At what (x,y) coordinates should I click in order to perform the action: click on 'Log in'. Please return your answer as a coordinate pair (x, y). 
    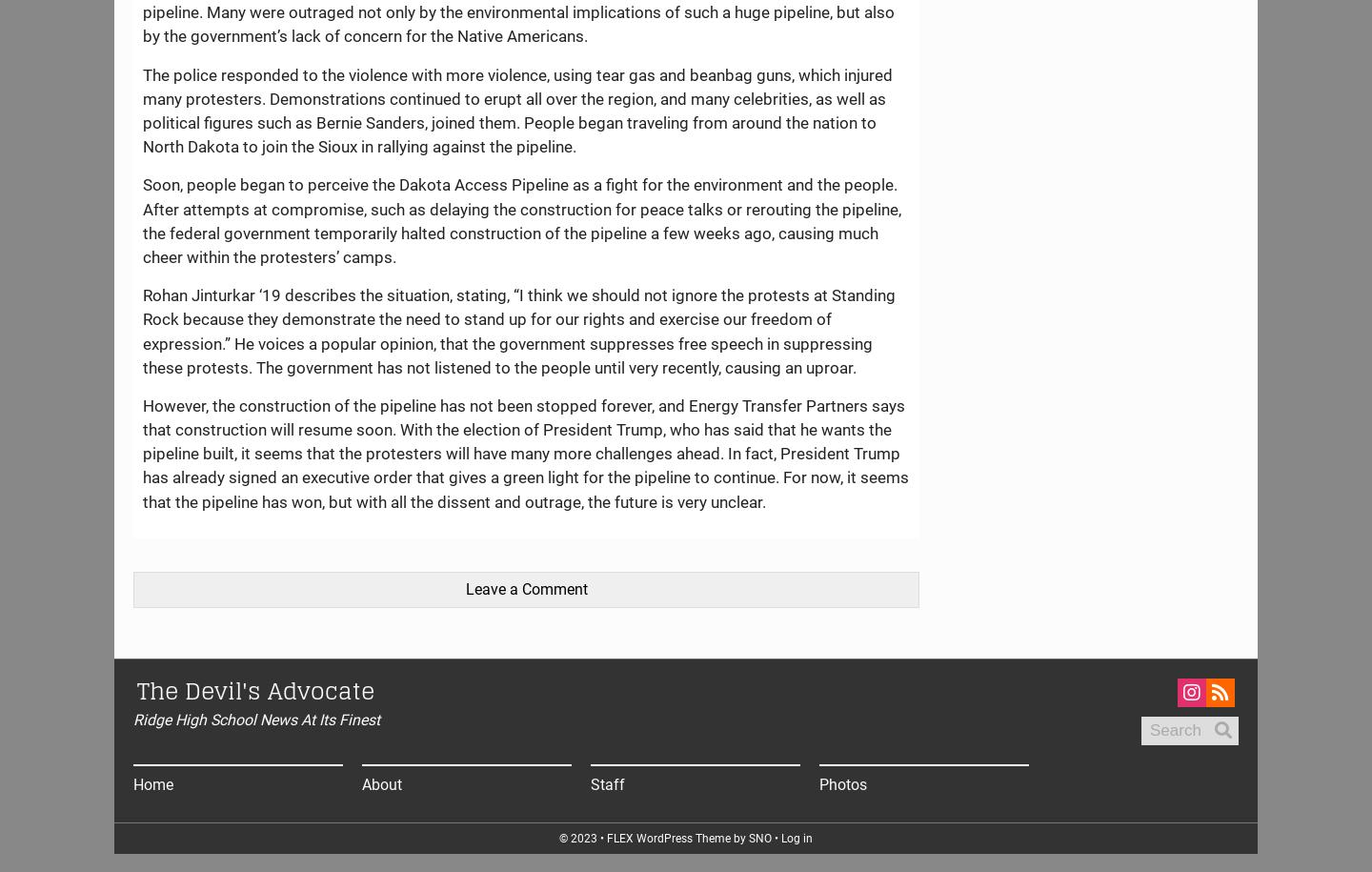
    Looking at the image, I should click on (780, 837).